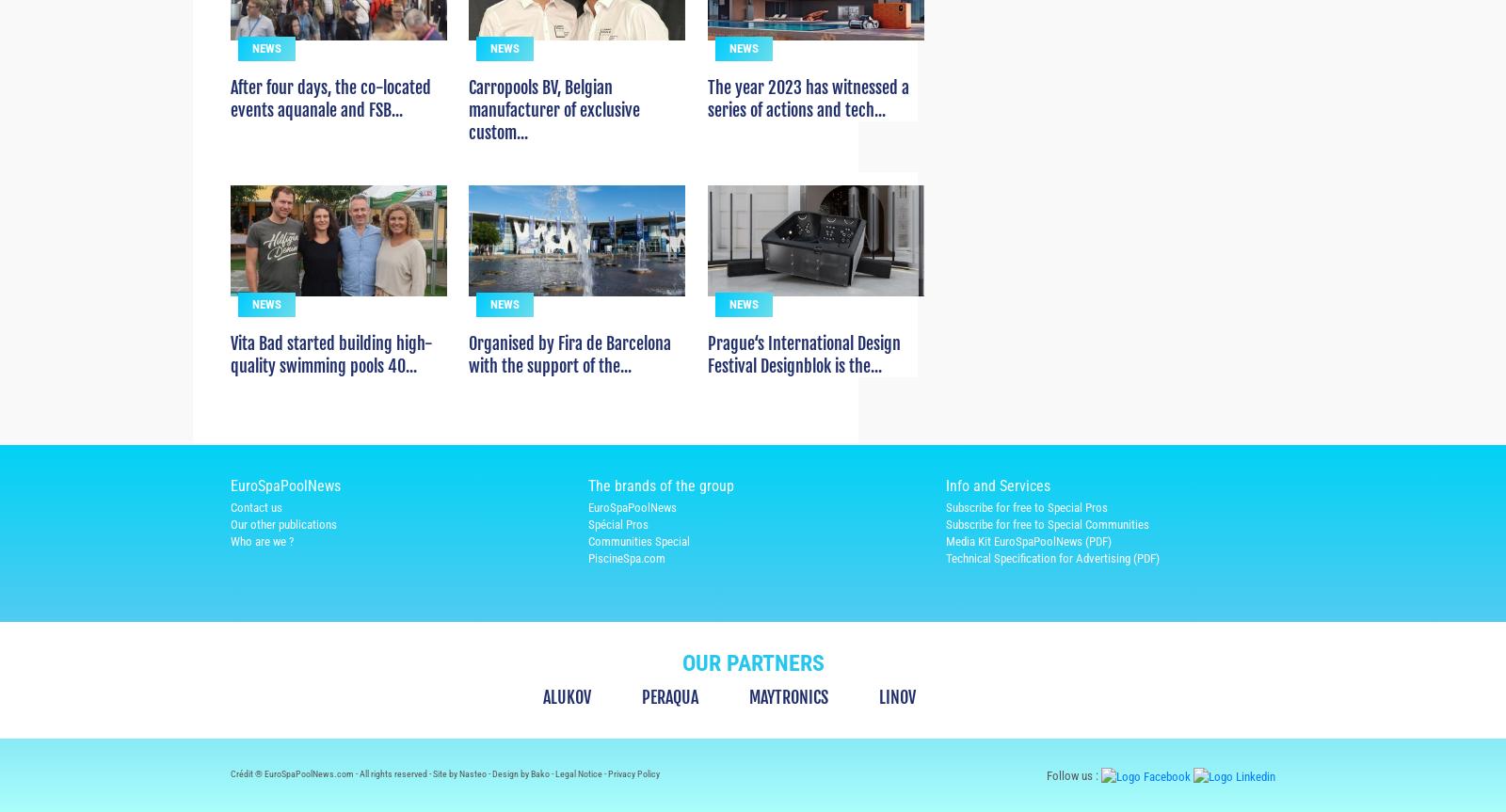 Image resolution: width=1506 pixels, height=812 pixels. What do you see at coordinates (468, 143) in the screenshot?
I see `'Carropools BV, Belgian manufacturer of exclusive custom...'` at bounding box center [468, 143].